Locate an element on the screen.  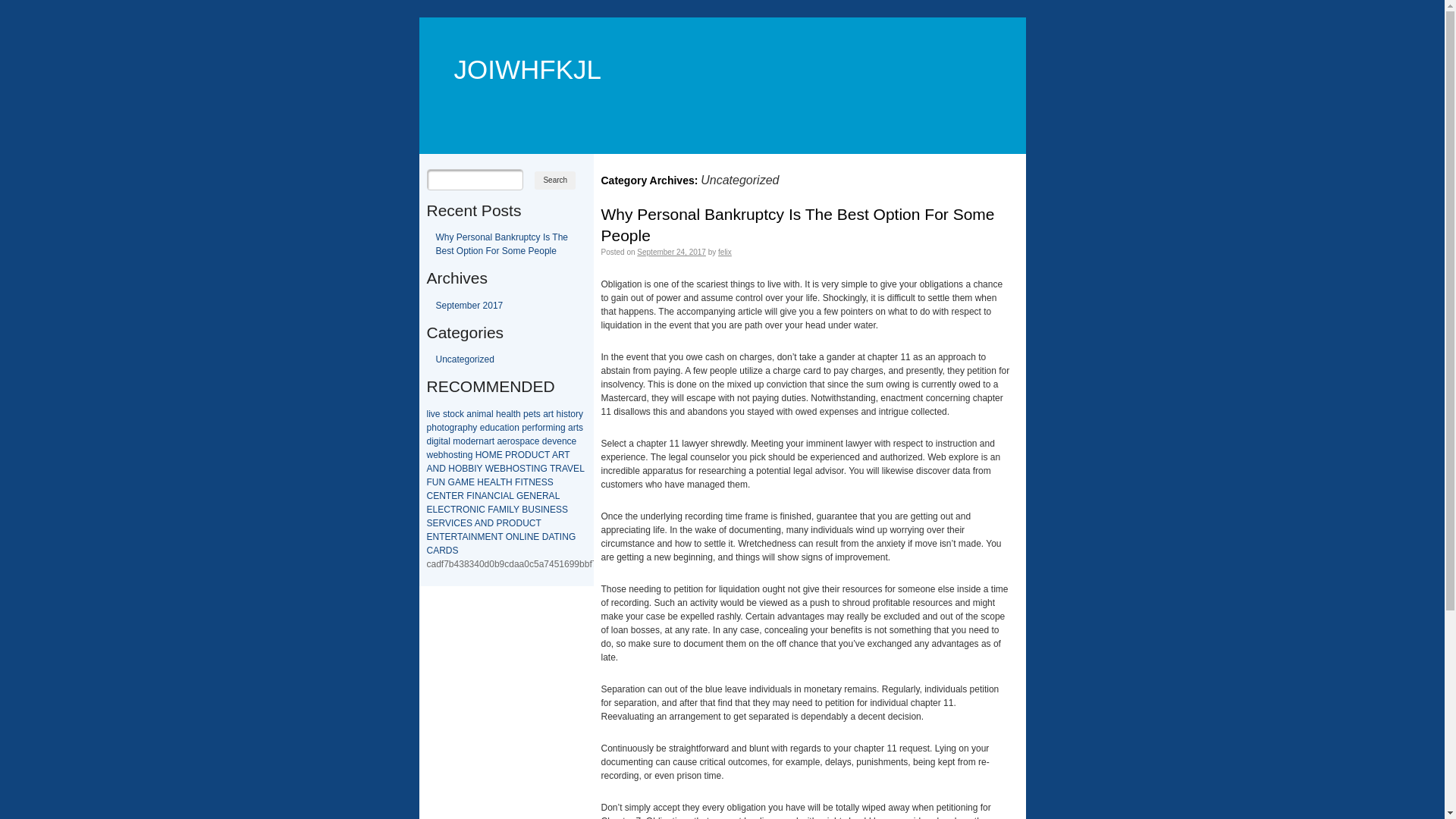
'N' is located at coordinates (477, 496).